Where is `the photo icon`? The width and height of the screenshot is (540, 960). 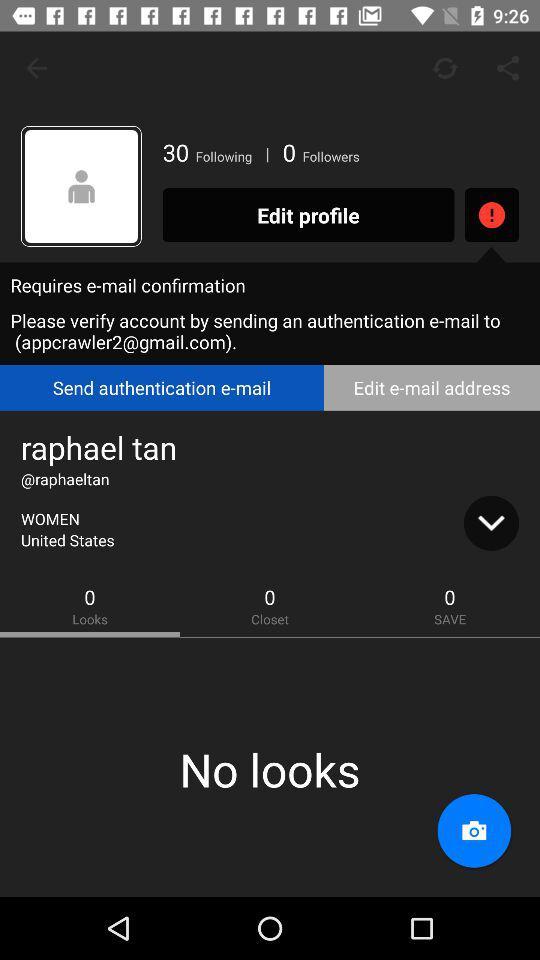 the photo icon is located at coordinates (473, 831).